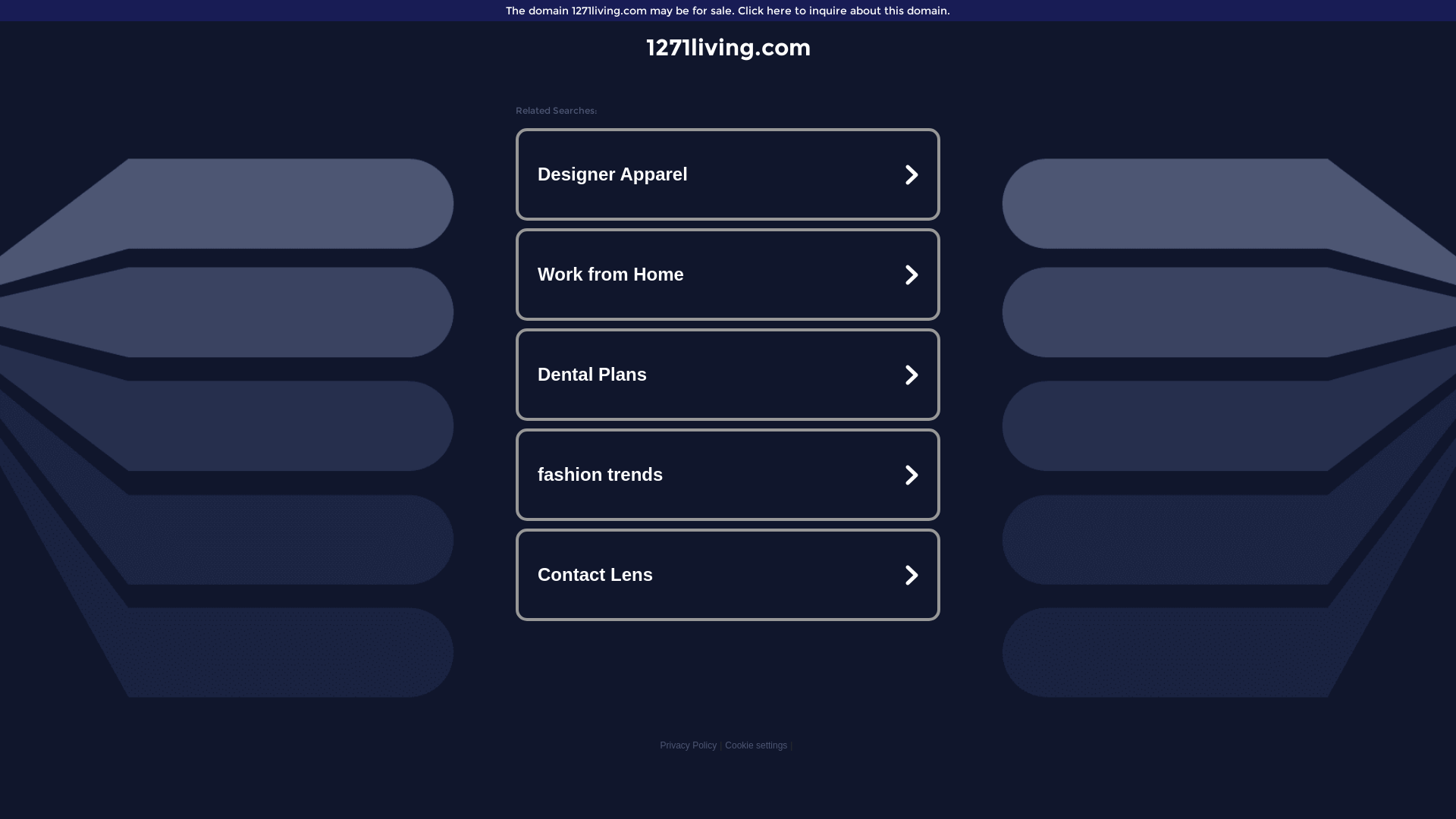 The image size is (1456, 819). What do you see at coordinates (756, 745) in the screenshot?
I see `'Cookie settings'` at bounding box center [756, 745].